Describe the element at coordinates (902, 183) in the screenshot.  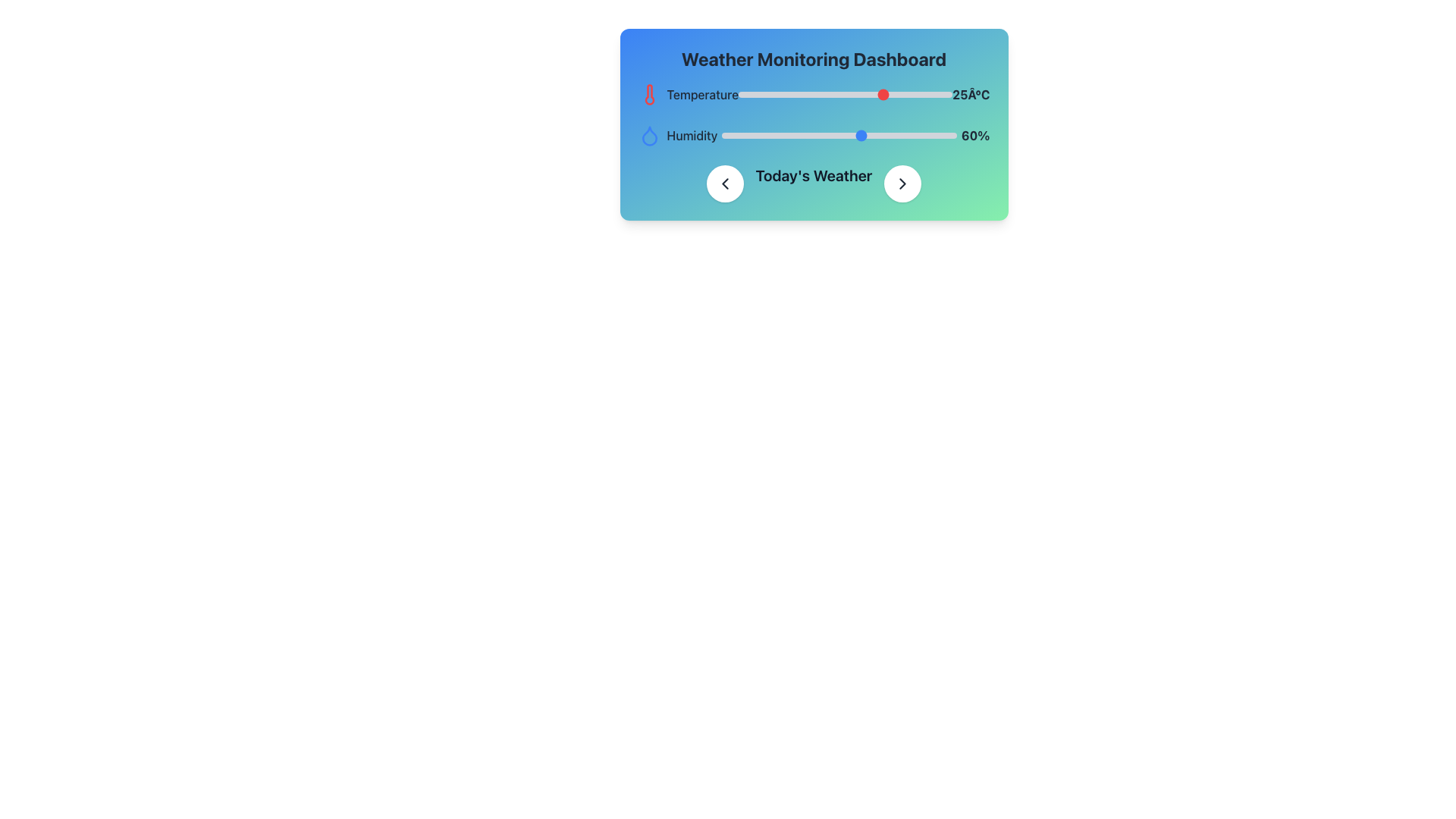
I see `the circular button with a right-facing chevron icon, which is the rightmost interactive button located next to 'Today's Weather'` at that location.